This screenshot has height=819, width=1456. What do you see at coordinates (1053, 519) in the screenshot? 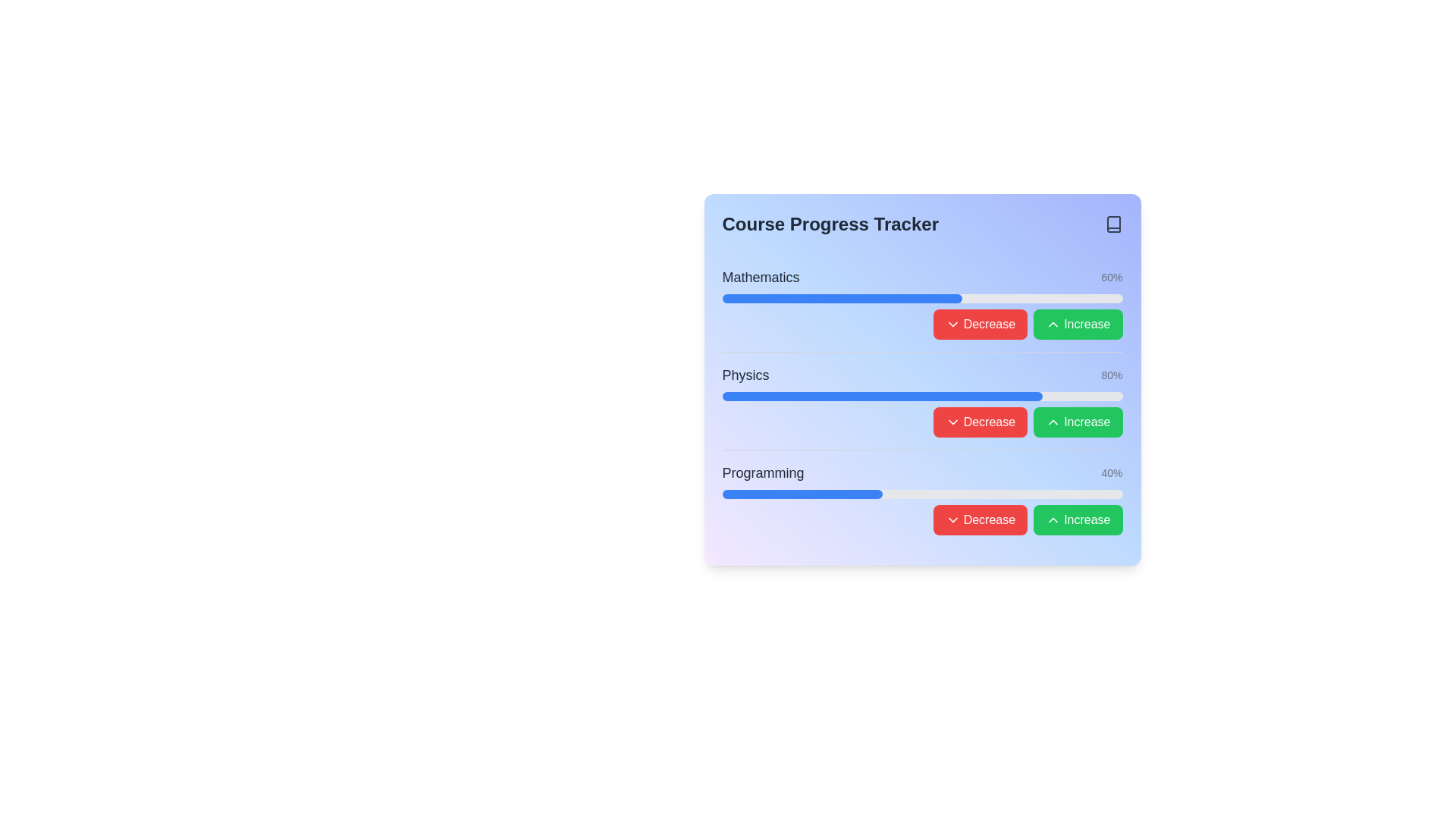
I see `the upward-pointing chevron icon with a green background located inside the 'Increase' button for the 'Programming' progress bar` at bounding box center [1053, 519].